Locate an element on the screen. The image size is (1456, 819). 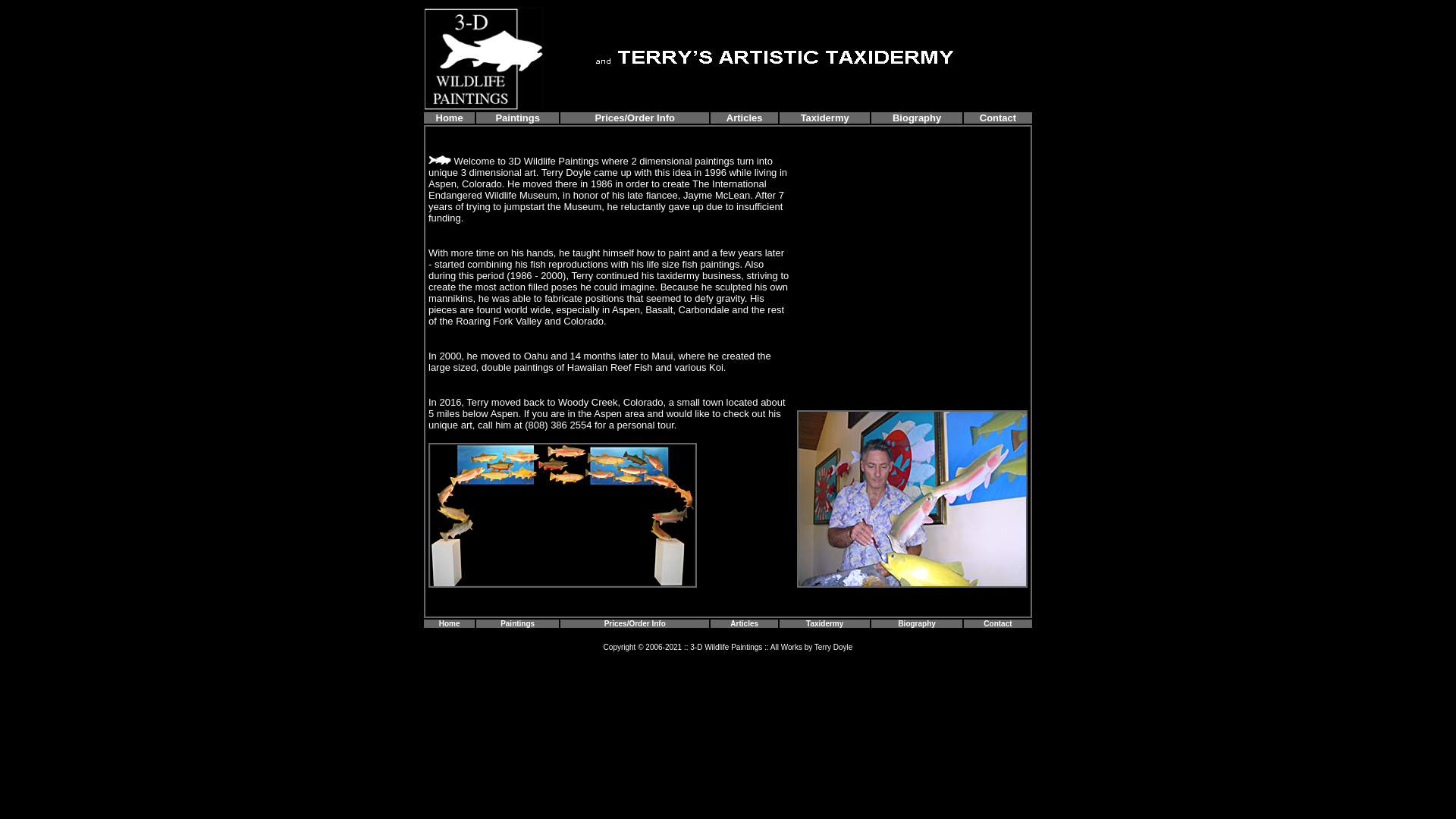
'Taxidermy' is located at coordinates (824, 116).